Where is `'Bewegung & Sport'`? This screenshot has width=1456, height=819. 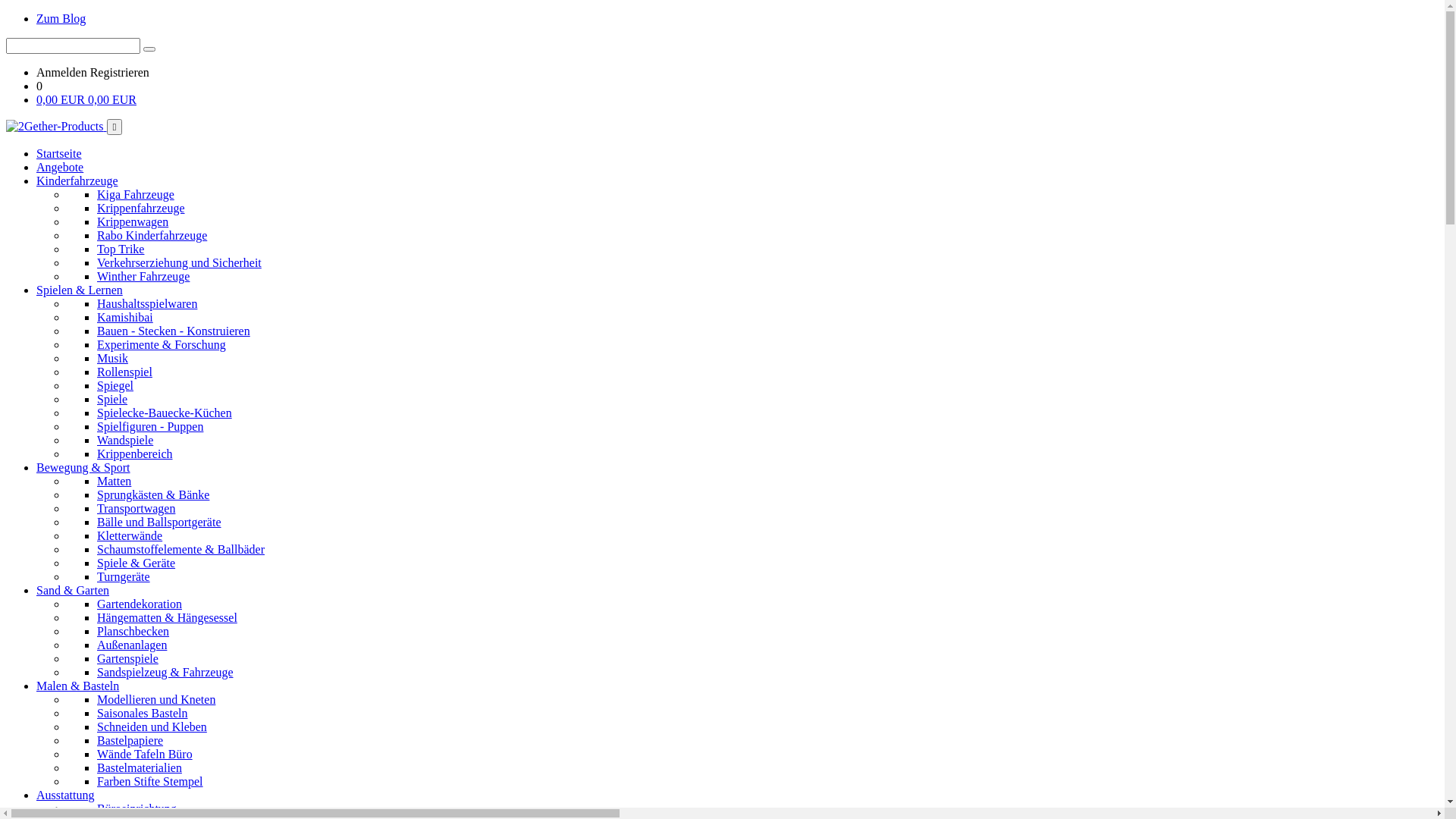 'Bewegung & Sport' is located at coordinates (83, 466).